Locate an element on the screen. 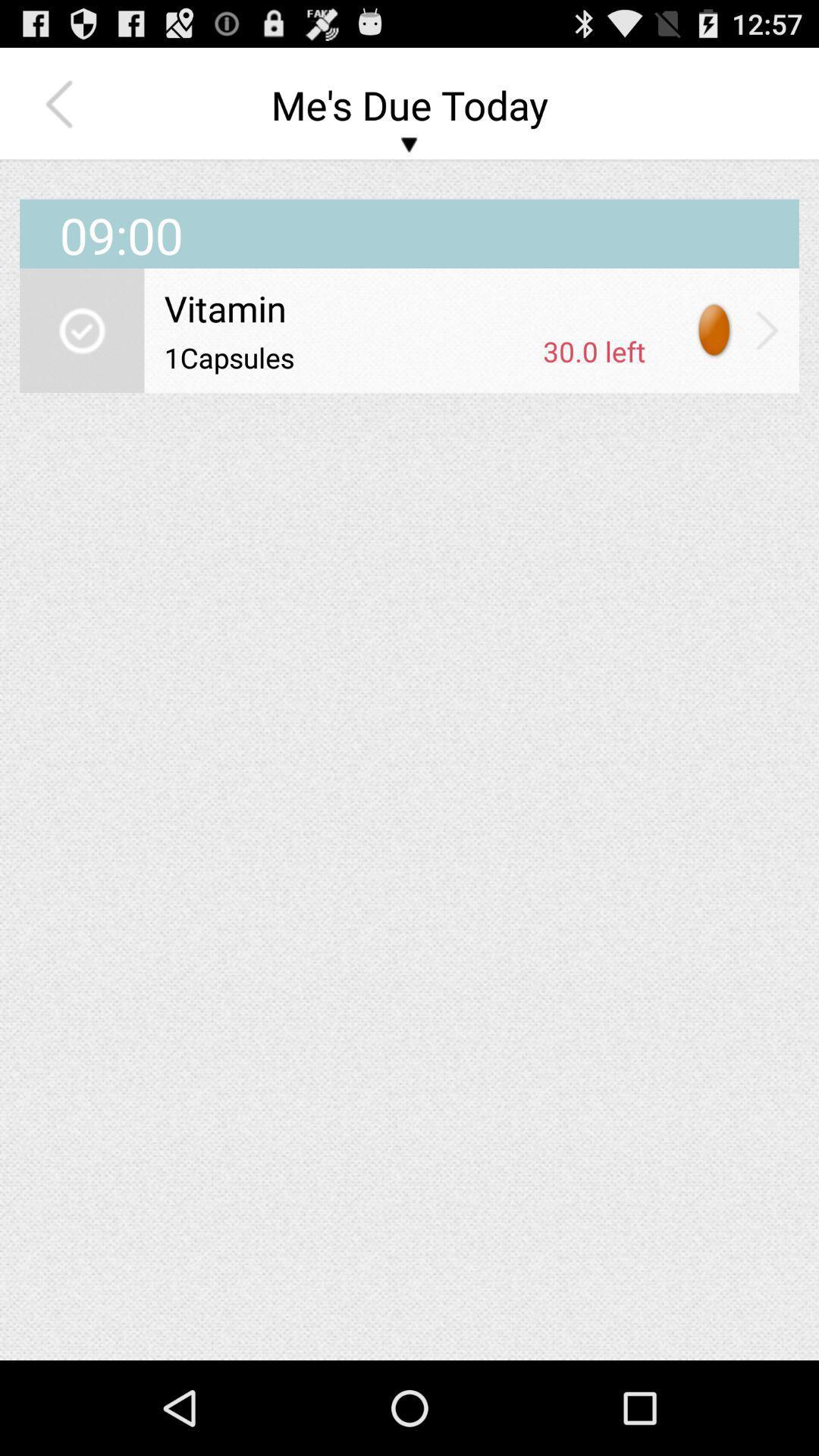 The height and width of the screenshot is (1456, 819). the icon next to 30.0 left app is located at coordinates (348, 356).